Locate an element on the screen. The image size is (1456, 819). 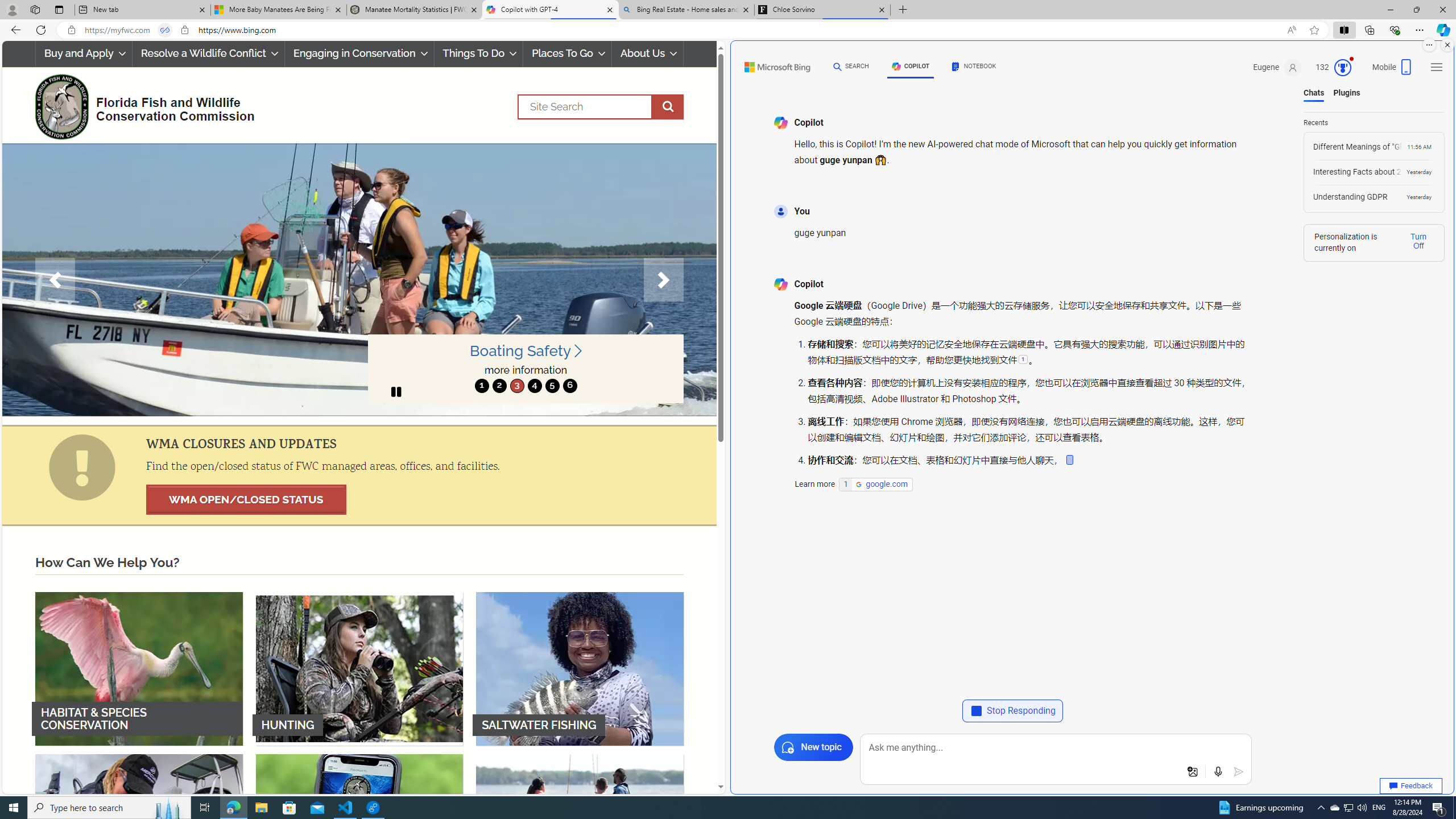
'move to slide 5' is located at coordinates (552, 385).